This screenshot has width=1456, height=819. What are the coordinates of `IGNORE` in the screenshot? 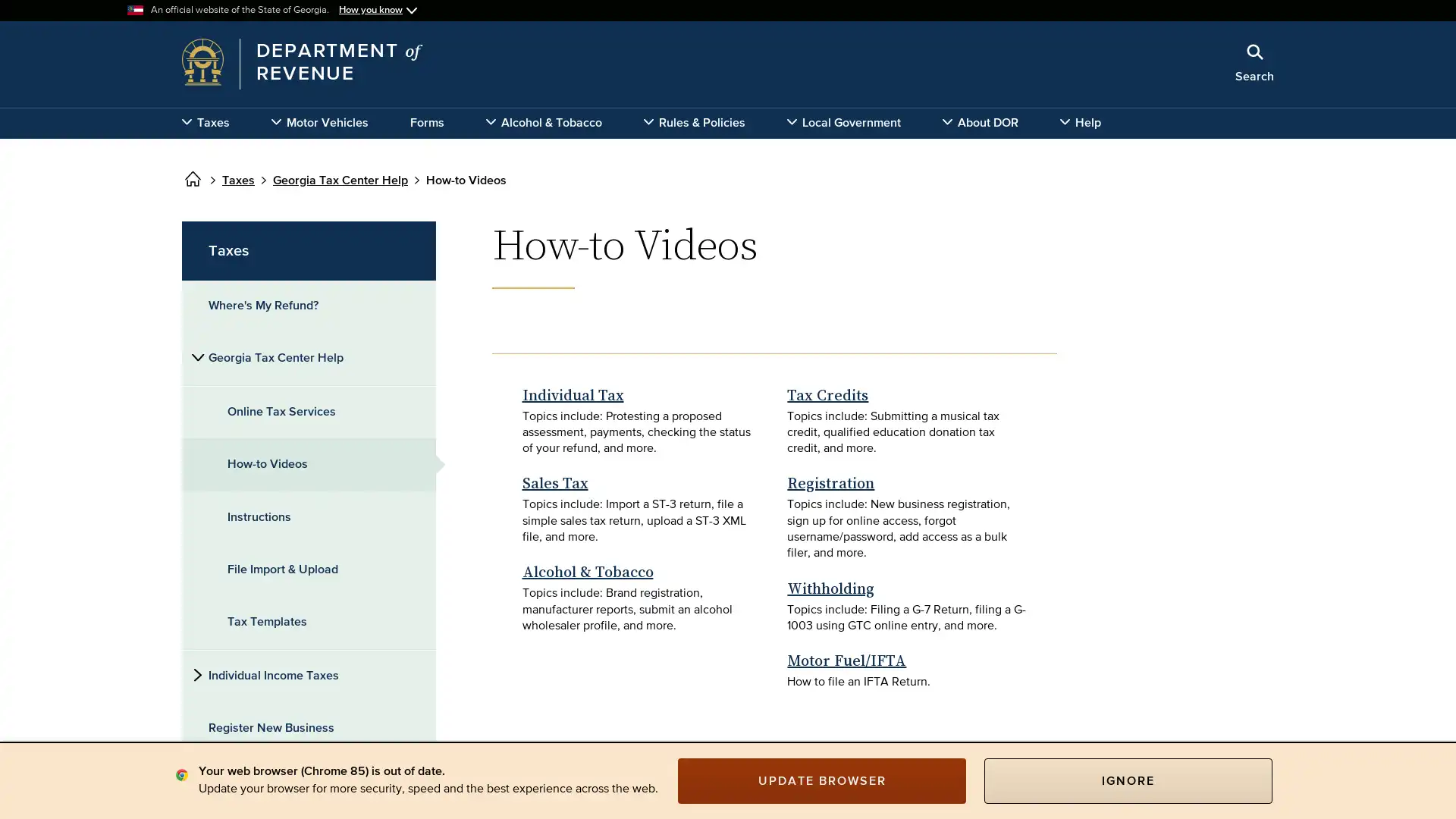 It's located at (1128, 780).